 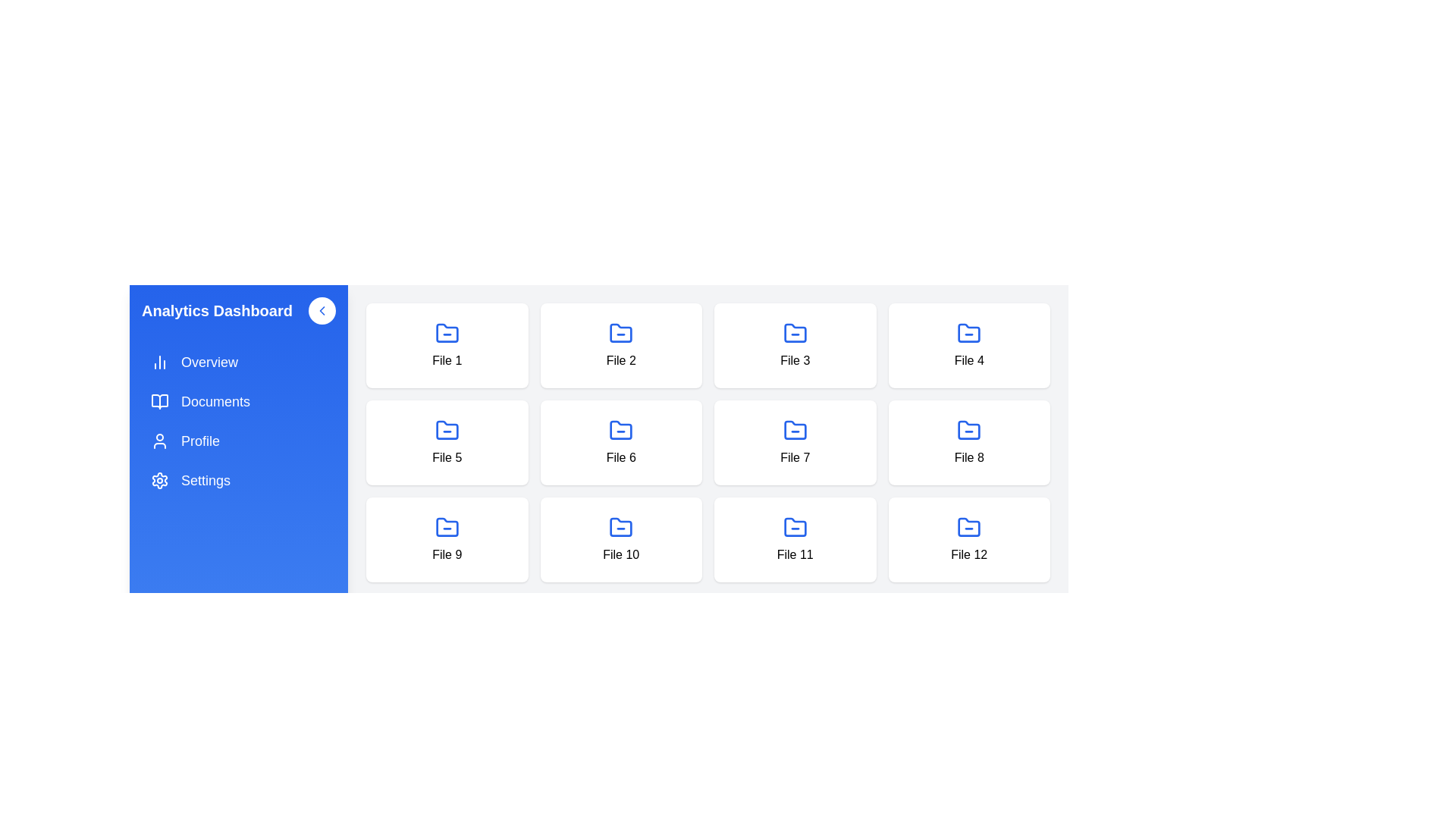 What do you see at coordinates (238, 480) in the screenshot?
I see `the sidebar item Settings to observe interaction feedback` at bounding box center [238, 480].